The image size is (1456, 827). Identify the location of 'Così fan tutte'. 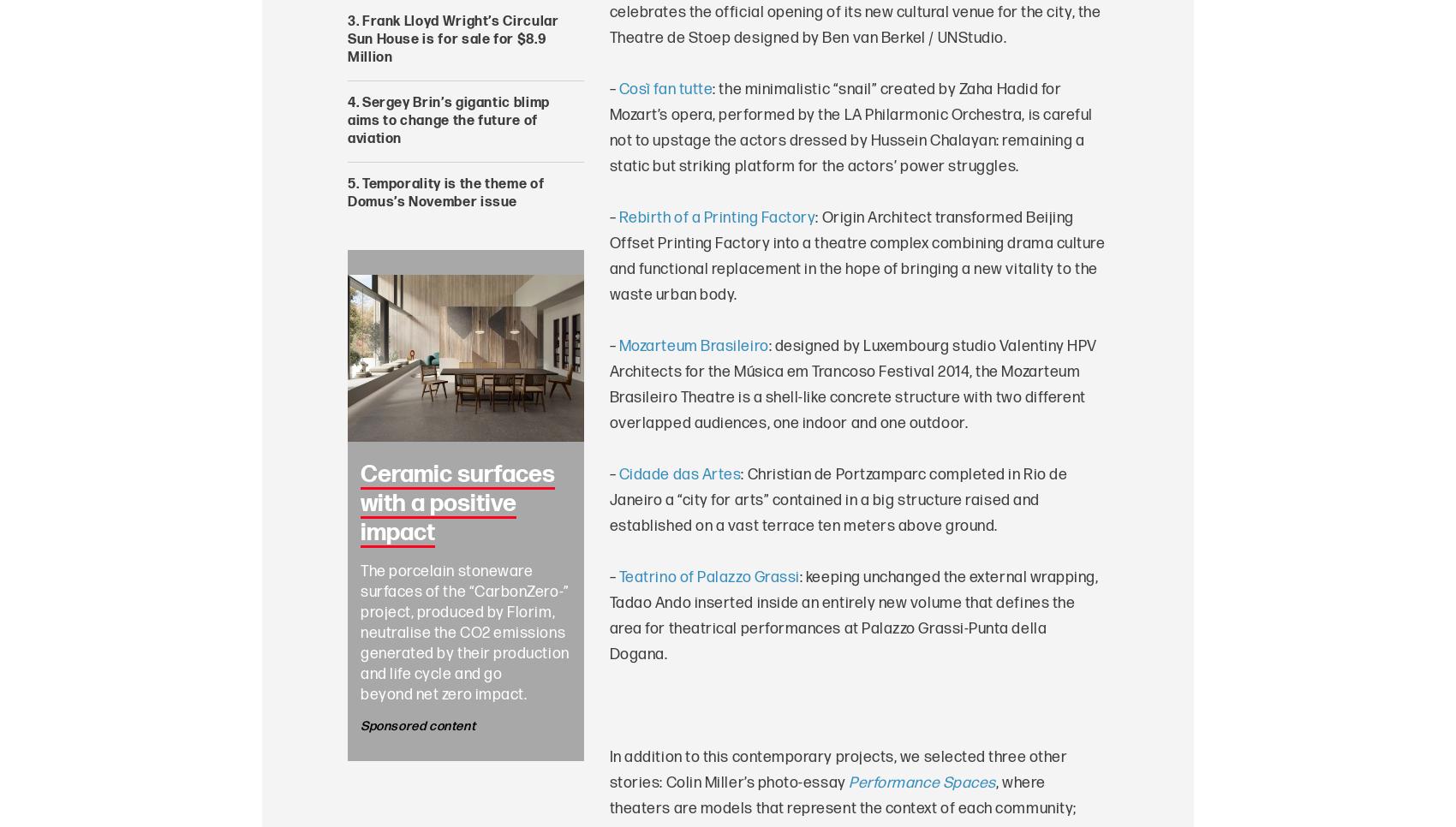
(665, 89).